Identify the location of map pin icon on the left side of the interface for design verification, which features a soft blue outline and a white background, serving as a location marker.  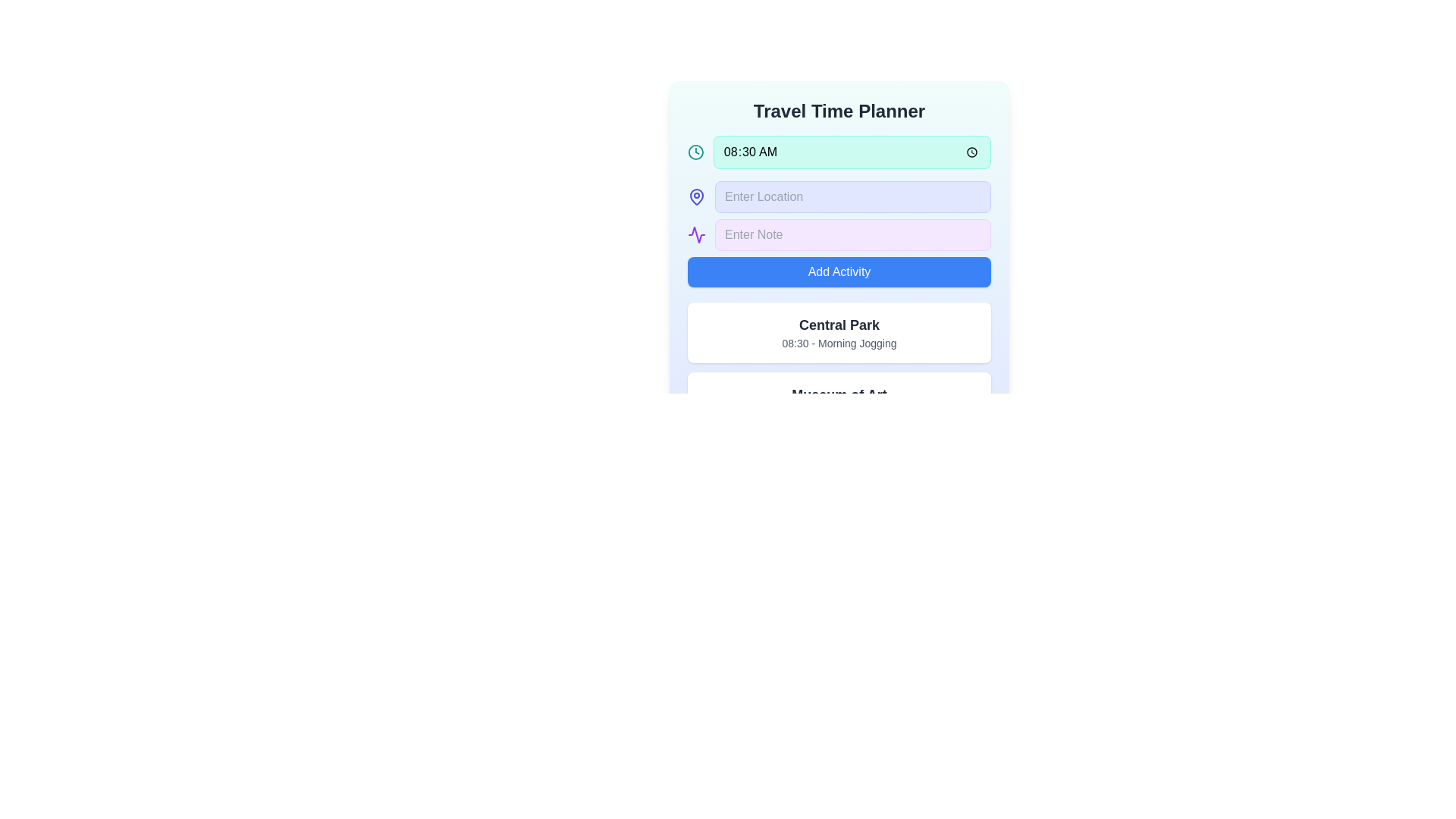
(695, 196).